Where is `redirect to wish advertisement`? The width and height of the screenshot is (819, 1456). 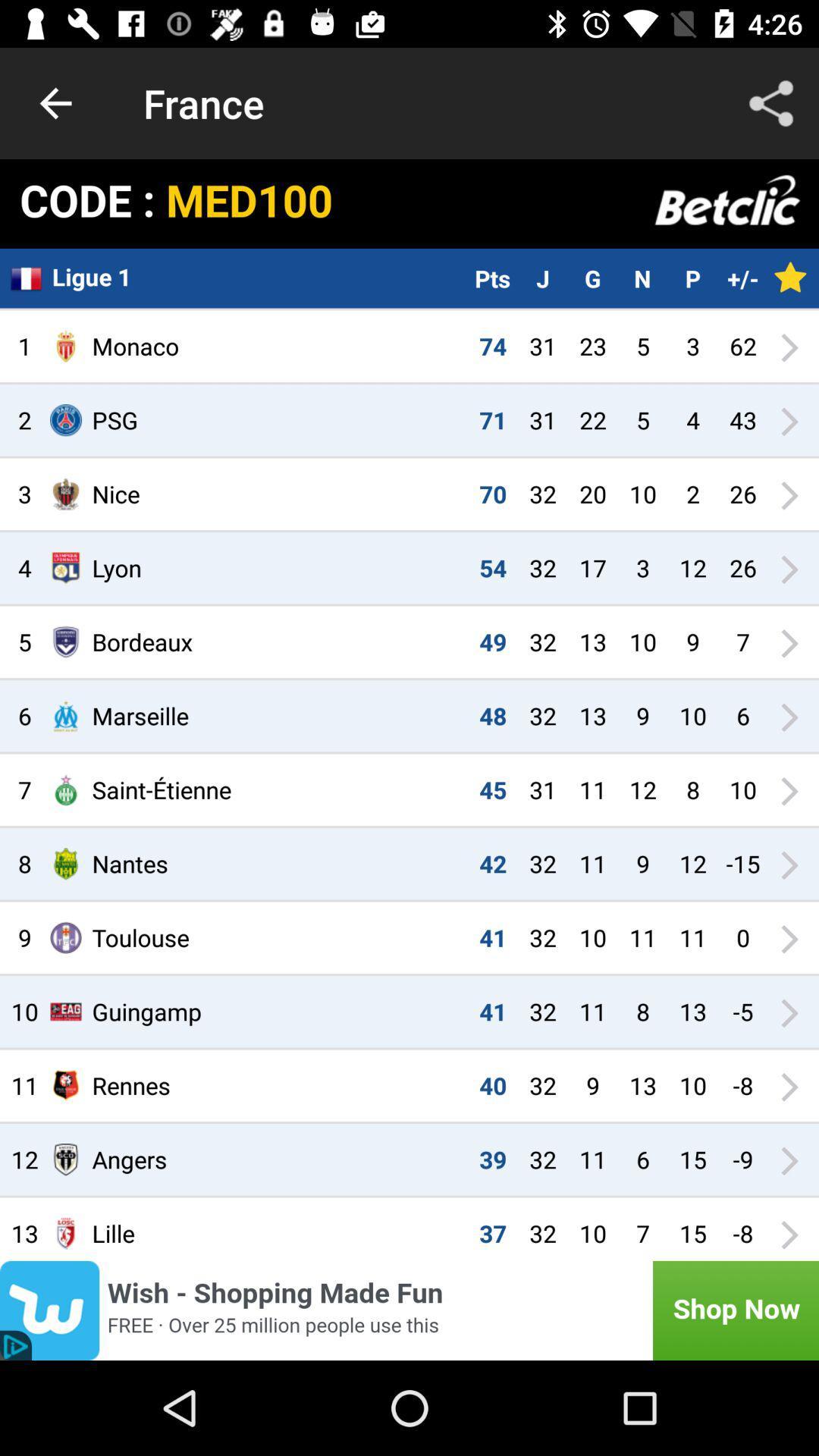 redirect to wish advertisement is located at coordinates (409, 1310).